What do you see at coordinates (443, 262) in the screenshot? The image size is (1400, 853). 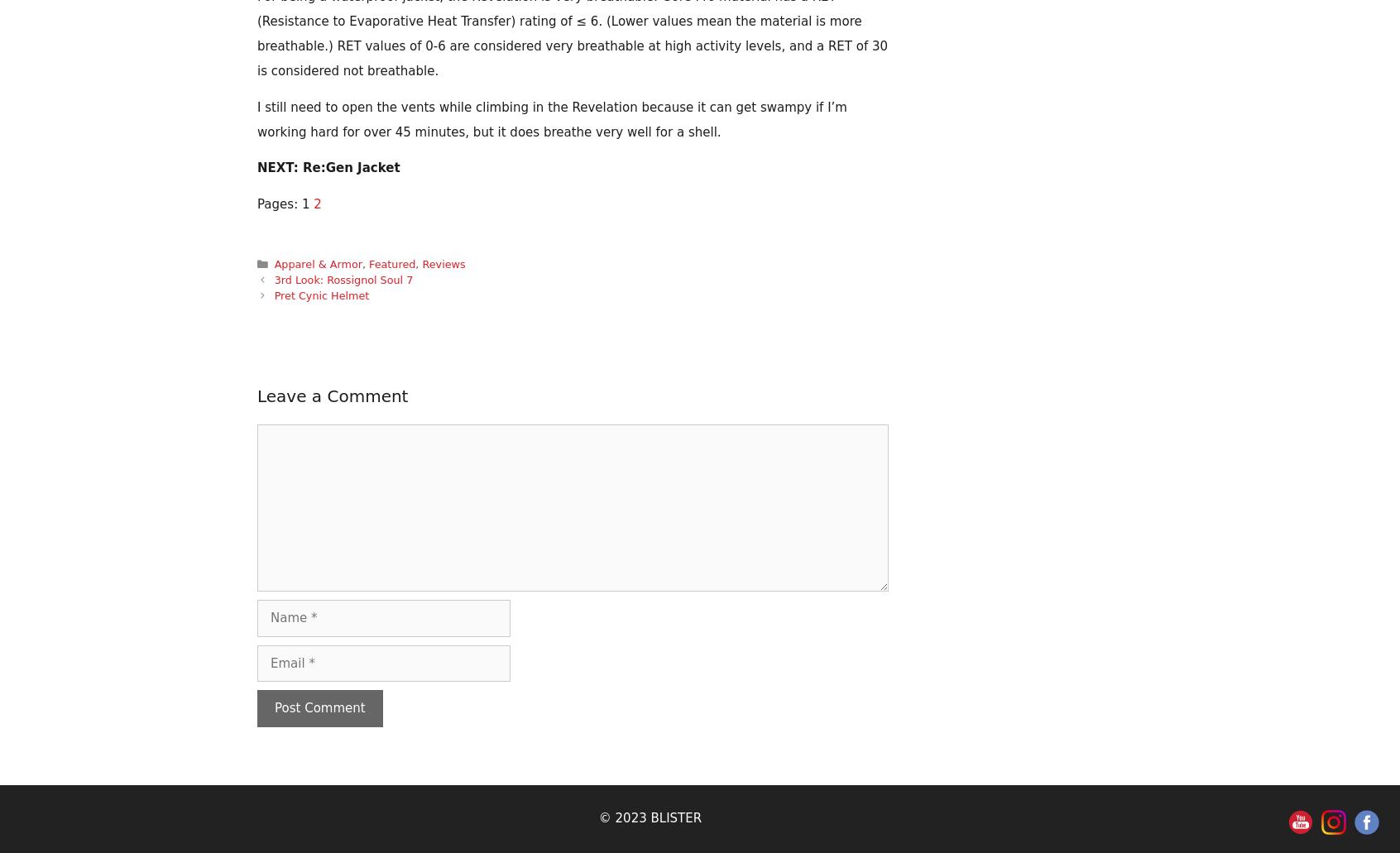 I see `'Reviews'` at bounding box center [443, 262].